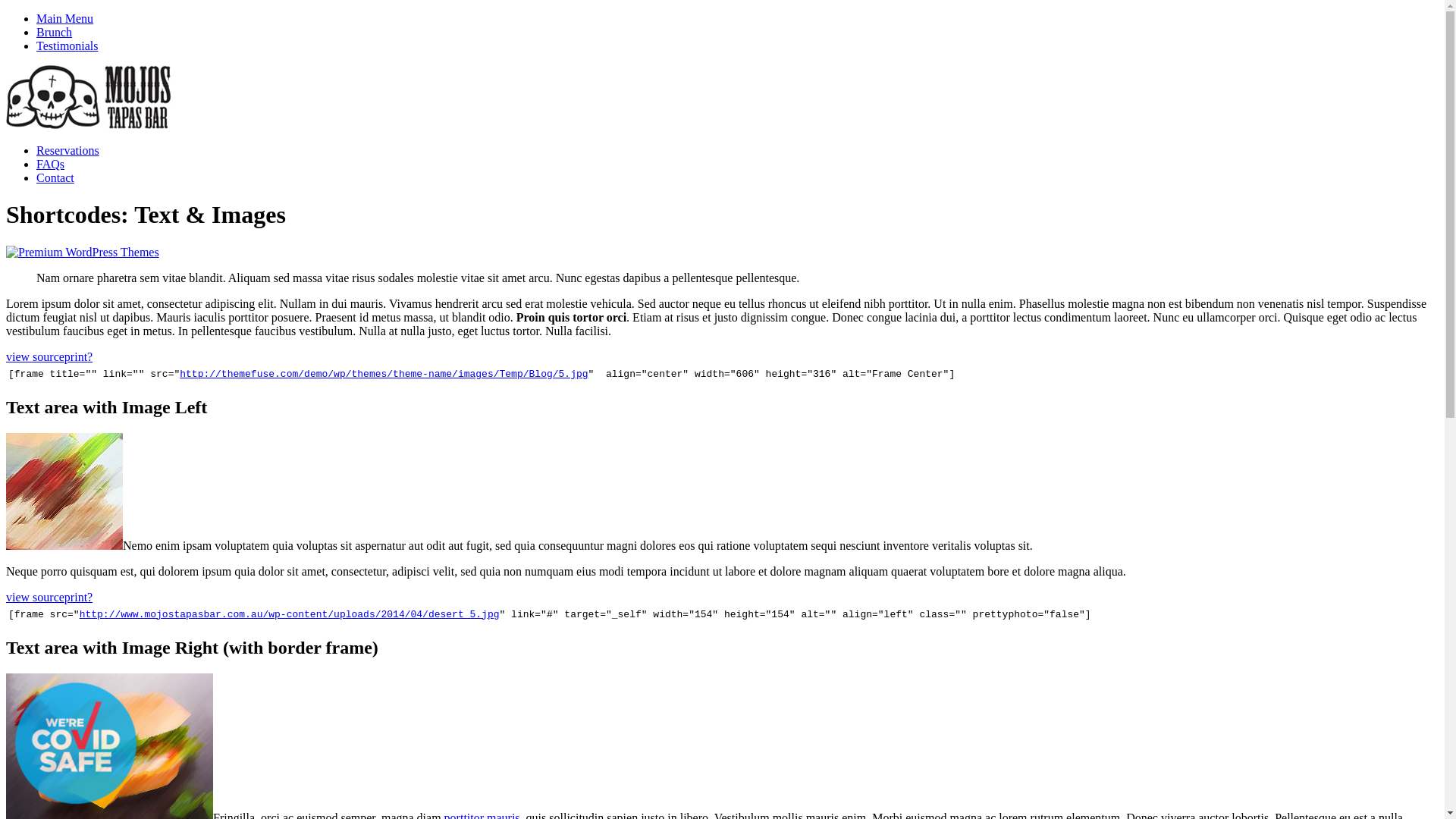  Describe the element at coordinates (67, 45) in the screenshot. I see `'Testimonials'` at that location.